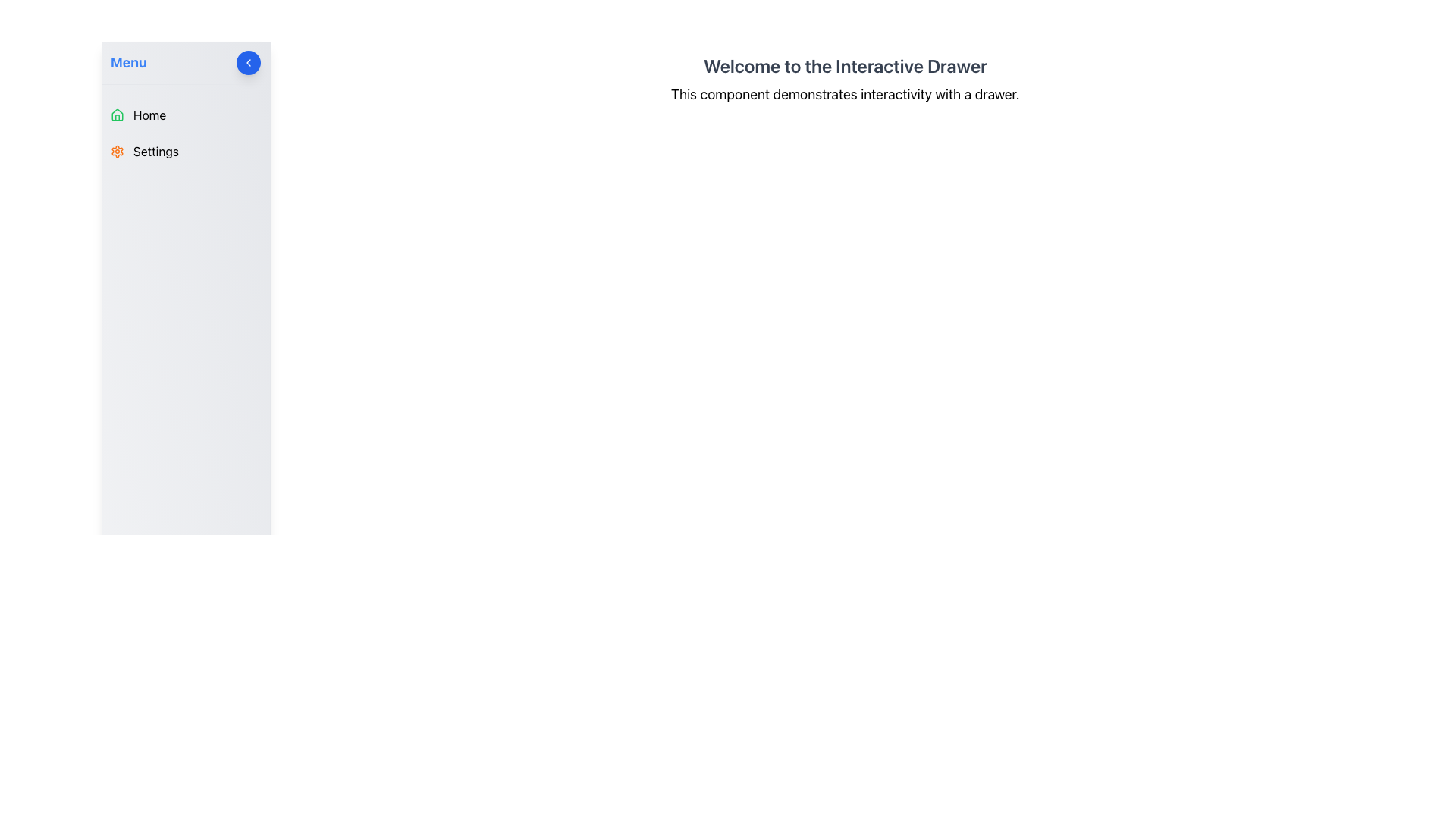  I want to click on the chevron icon located at the top-right corner of the vertical menu panel, so click(248, 62).